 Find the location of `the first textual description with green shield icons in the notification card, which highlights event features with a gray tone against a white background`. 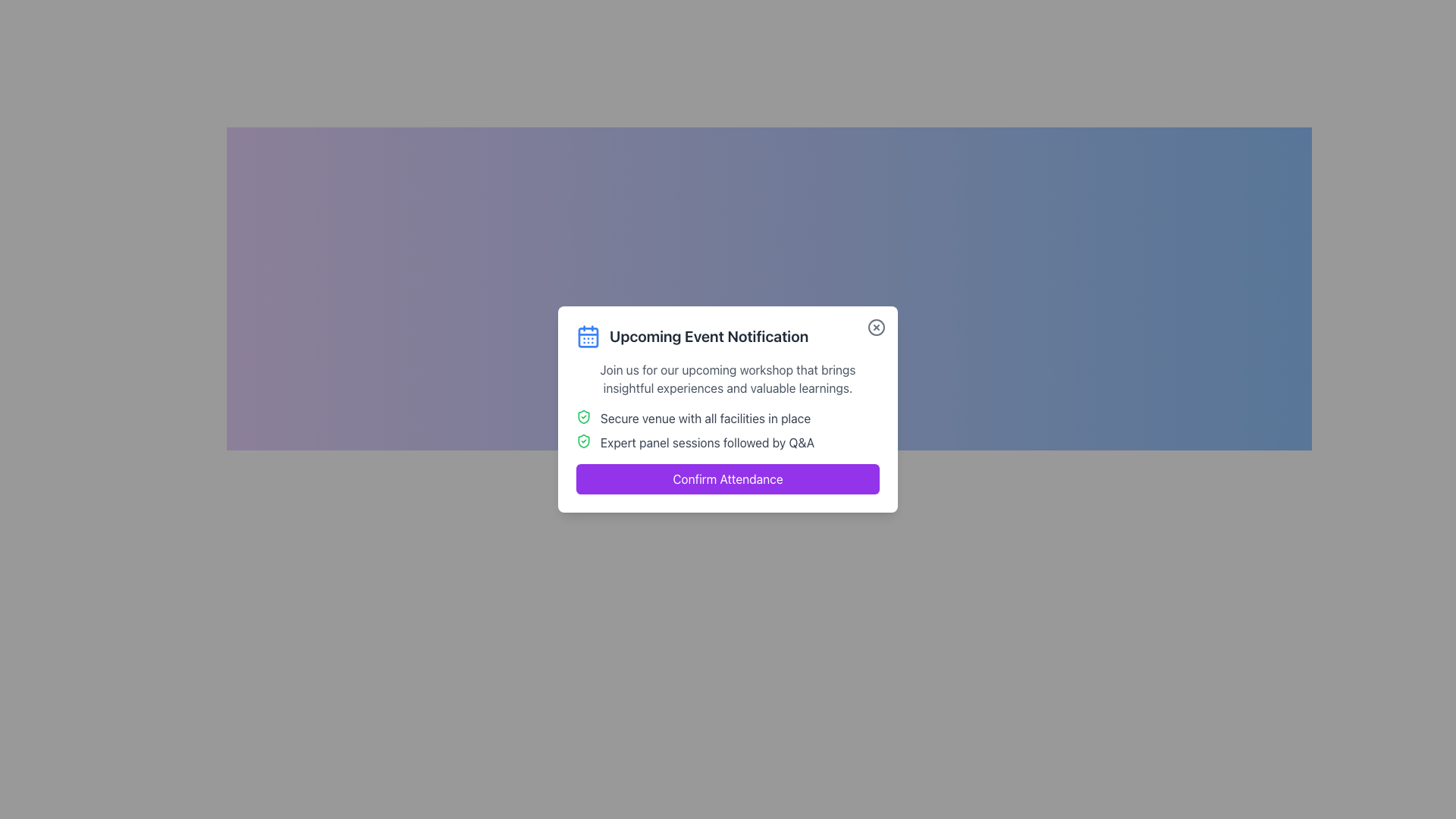

the first textual description with green shield icons in the notification card, which highlights event features with a gray tone against a white background is located at coordinates (728, 430).